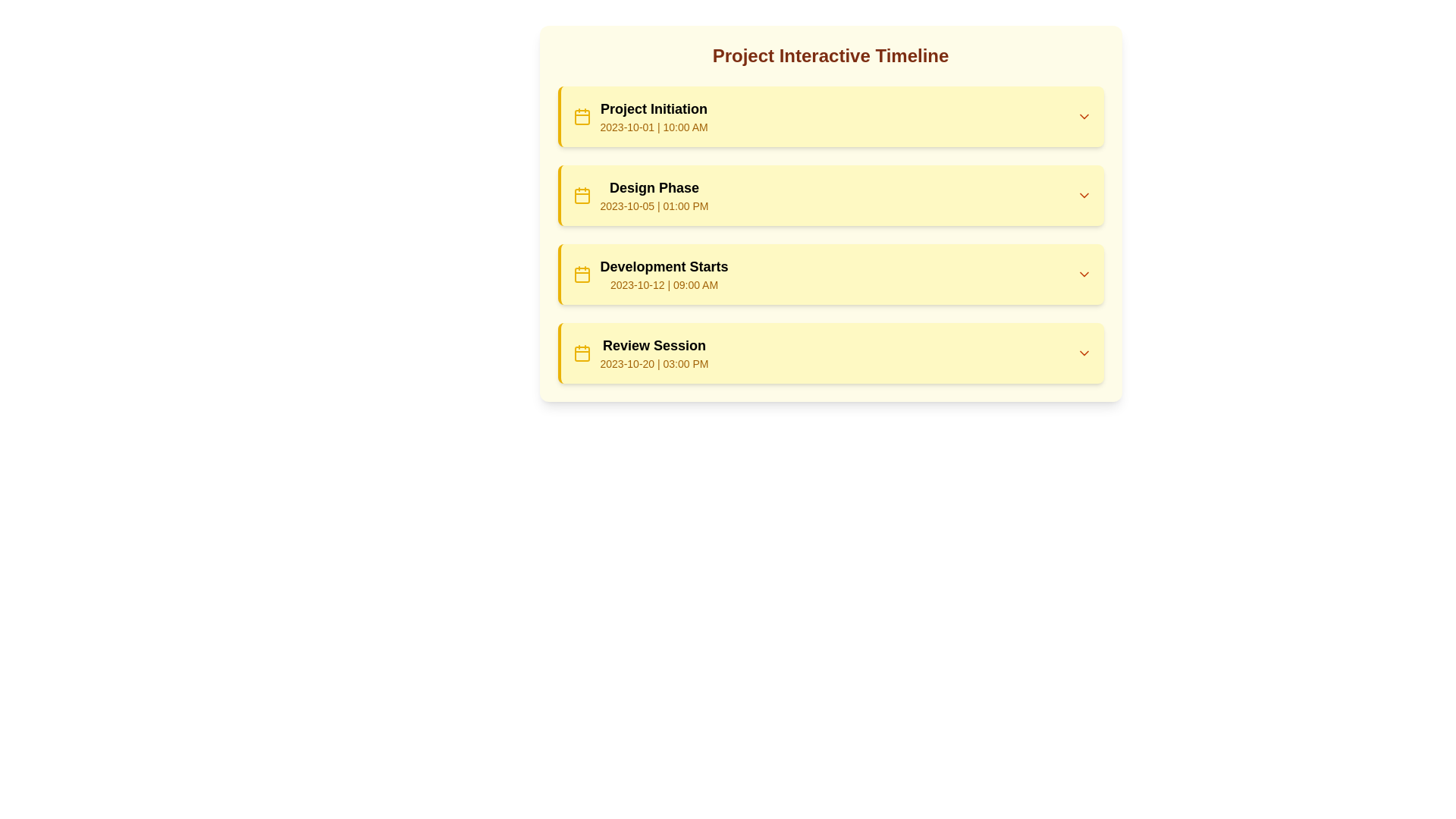 The height and width of the screenshot is (819, 1456). Describe the element at coordinates (654, 127) in the screenshot. I see `the text label displaying '2023-10-01 | 10:00 AM', which is styled in a small font size and yellowish-brown color, located beneath the 'Project Initiation' heading in the 'Project Interactive Timeline' section` at that location.